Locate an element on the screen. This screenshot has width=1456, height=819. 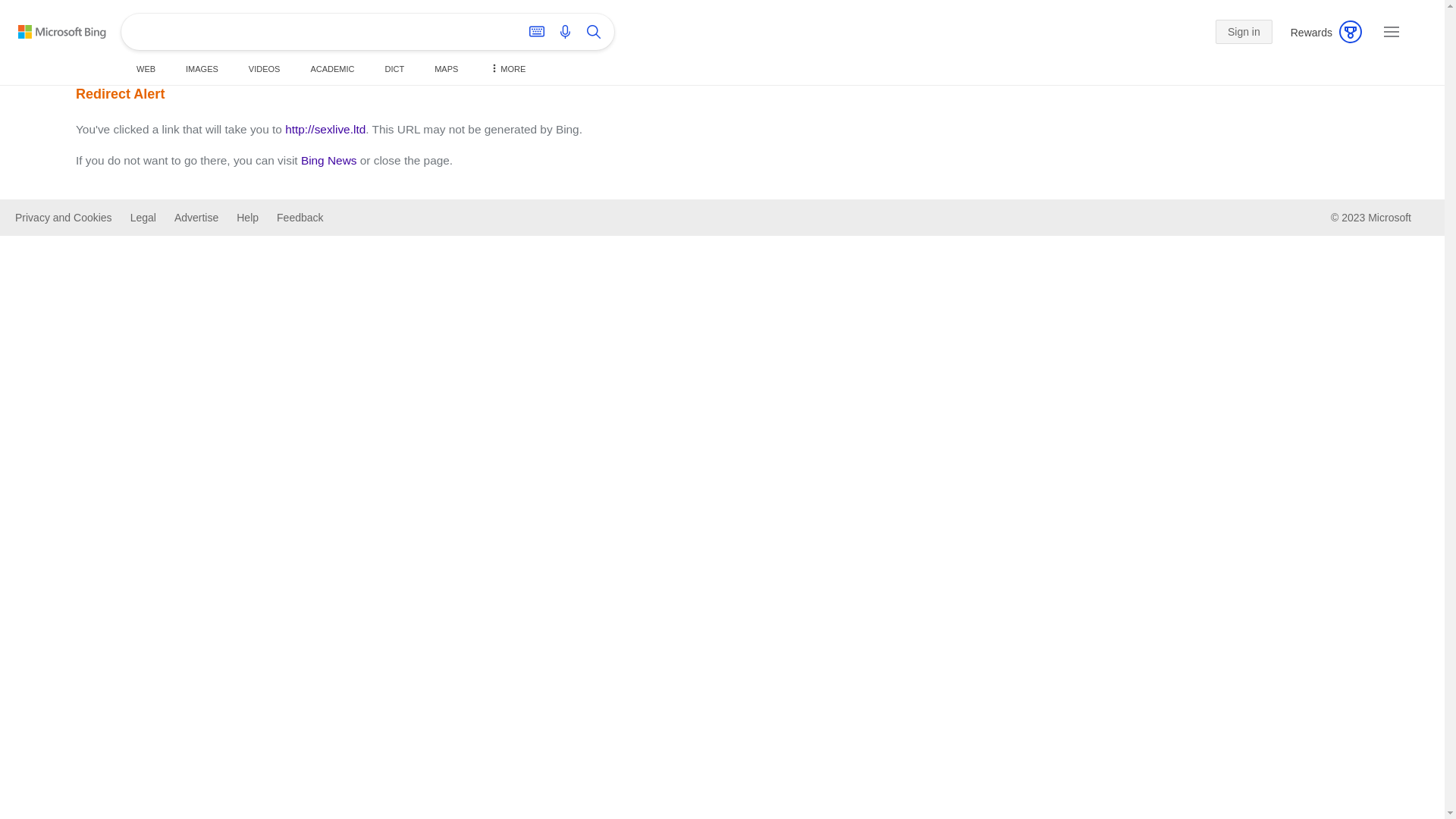
'Advertise' is located at coordinates (196, 217).